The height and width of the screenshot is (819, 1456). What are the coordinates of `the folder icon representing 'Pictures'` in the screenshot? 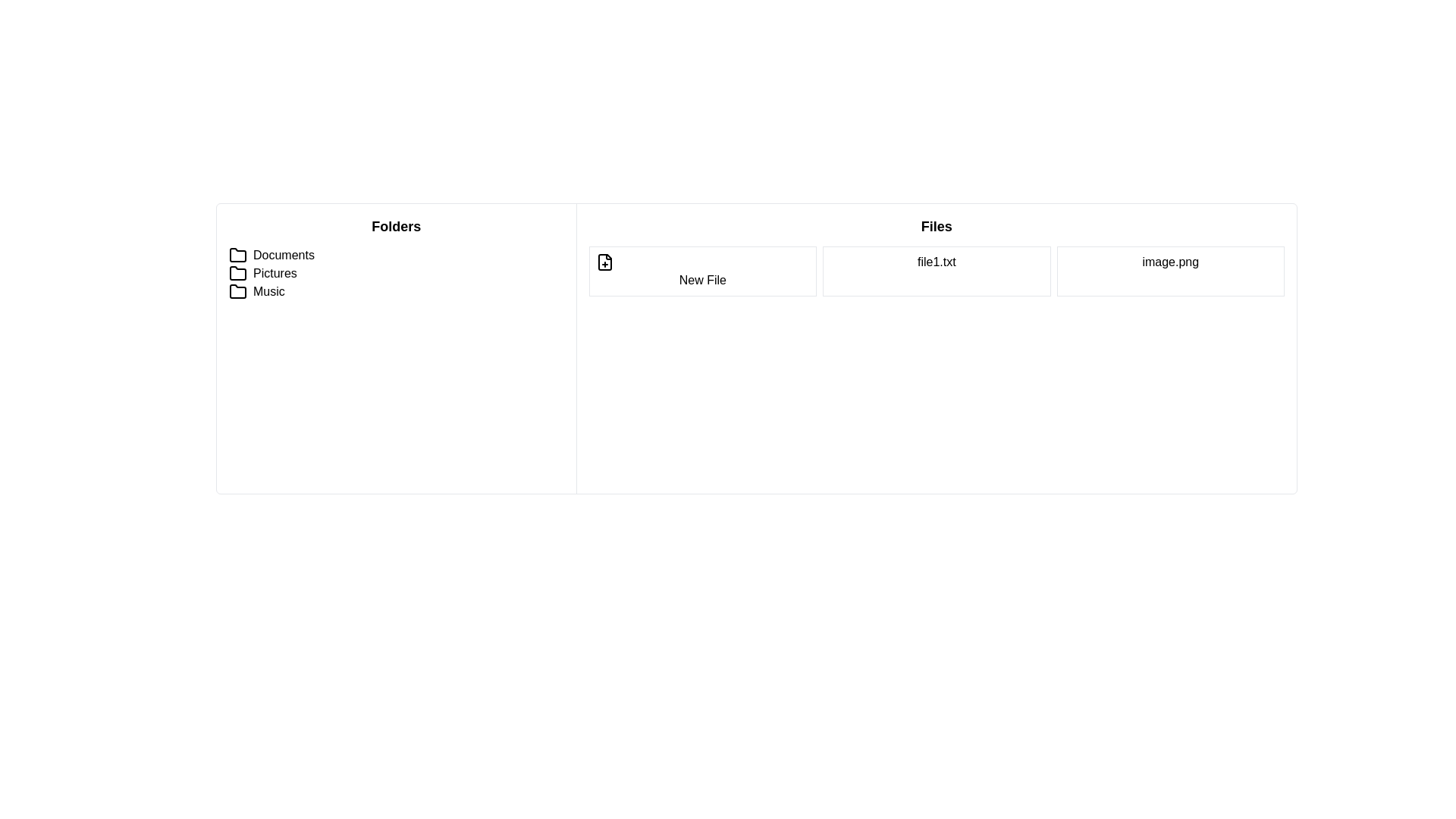 It's located at (237, 271).